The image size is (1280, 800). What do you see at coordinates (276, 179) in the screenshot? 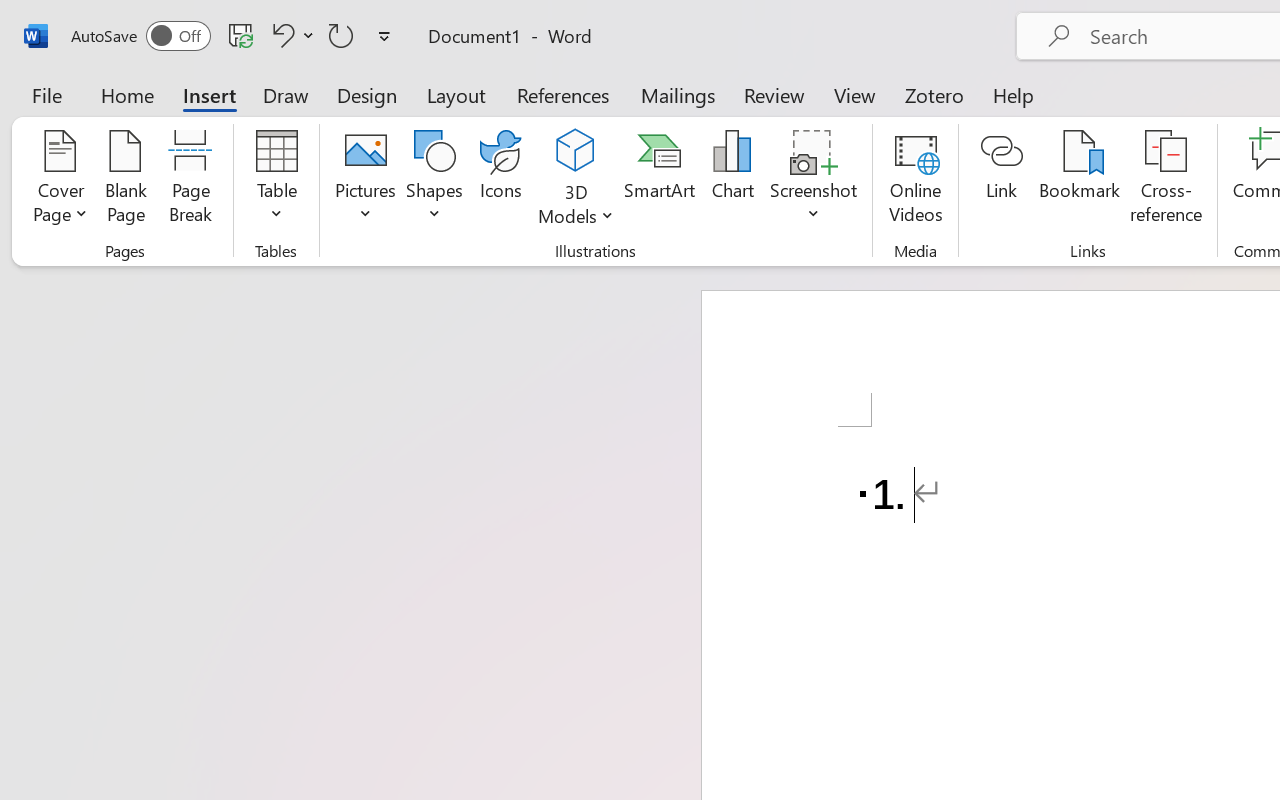
I see `'Table'` at bounding box center [276, 179].